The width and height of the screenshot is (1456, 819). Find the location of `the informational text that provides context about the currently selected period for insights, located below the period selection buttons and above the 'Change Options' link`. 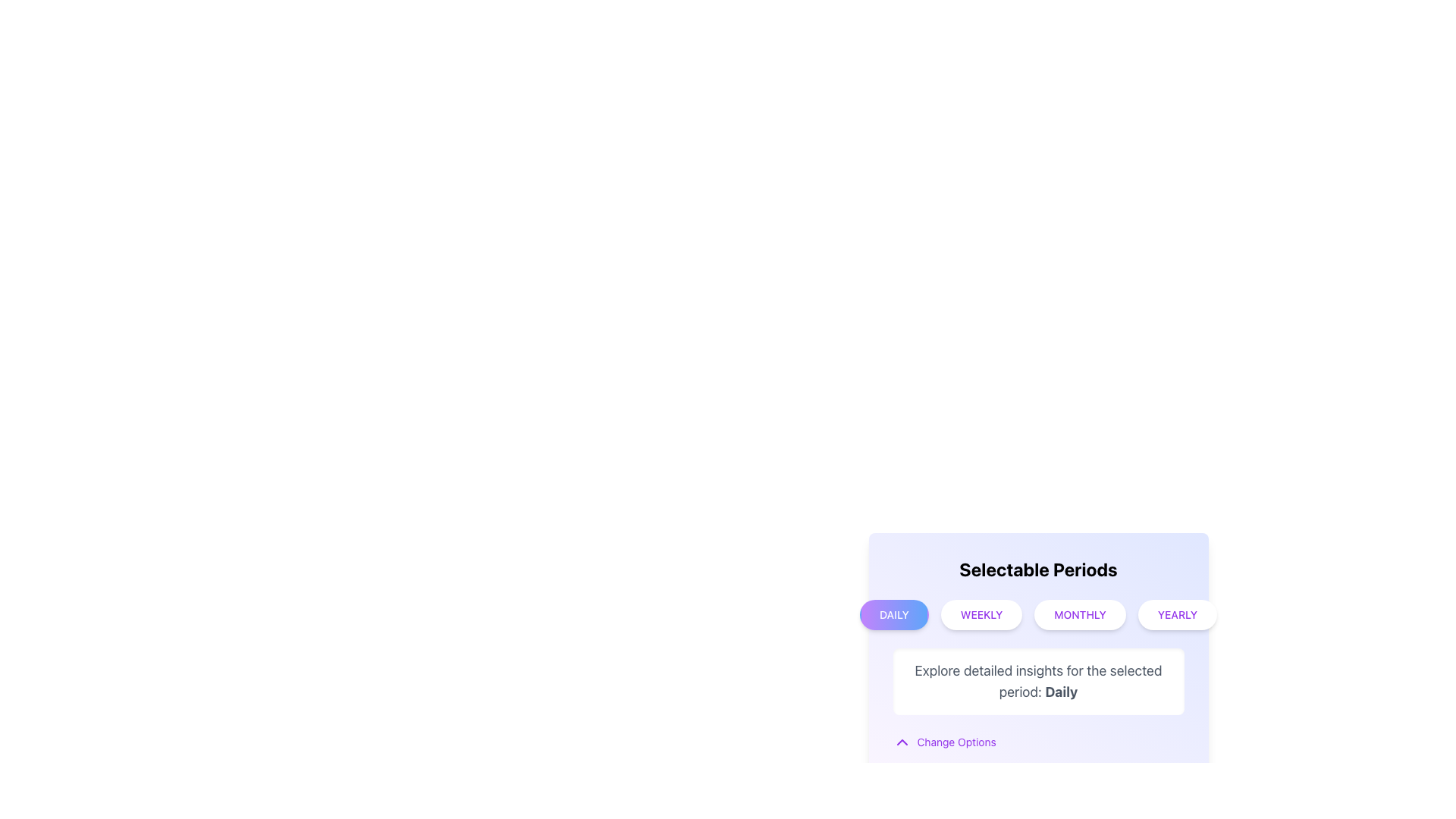

the informational text that provides context about the currently selected period for insights, located below the period selection buttons and above the 'Change Options' link is located at coordinates (1037, 680).